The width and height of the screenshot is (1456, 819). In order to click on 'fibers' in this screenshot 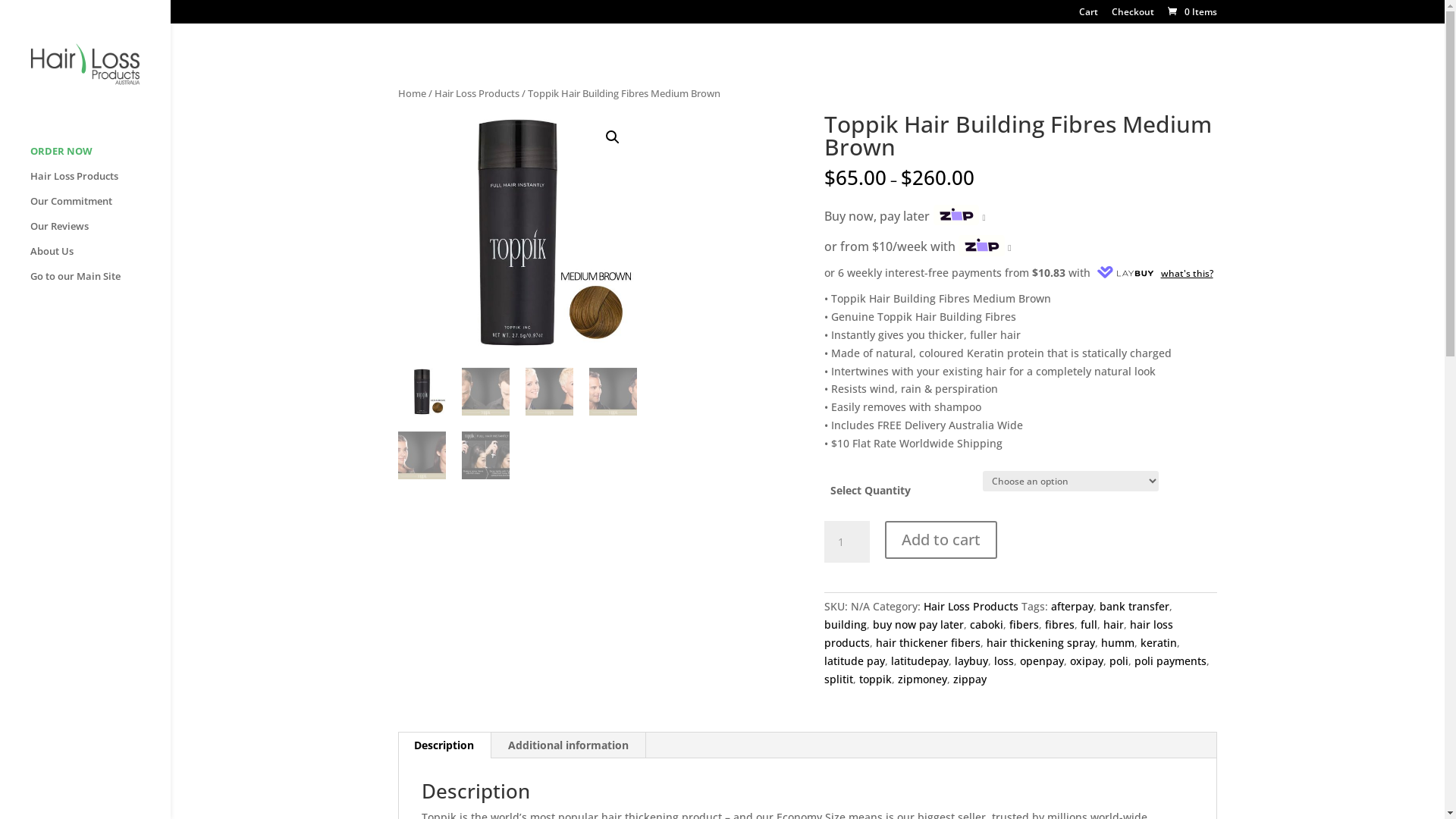, I will do `click(1024, 624)`.